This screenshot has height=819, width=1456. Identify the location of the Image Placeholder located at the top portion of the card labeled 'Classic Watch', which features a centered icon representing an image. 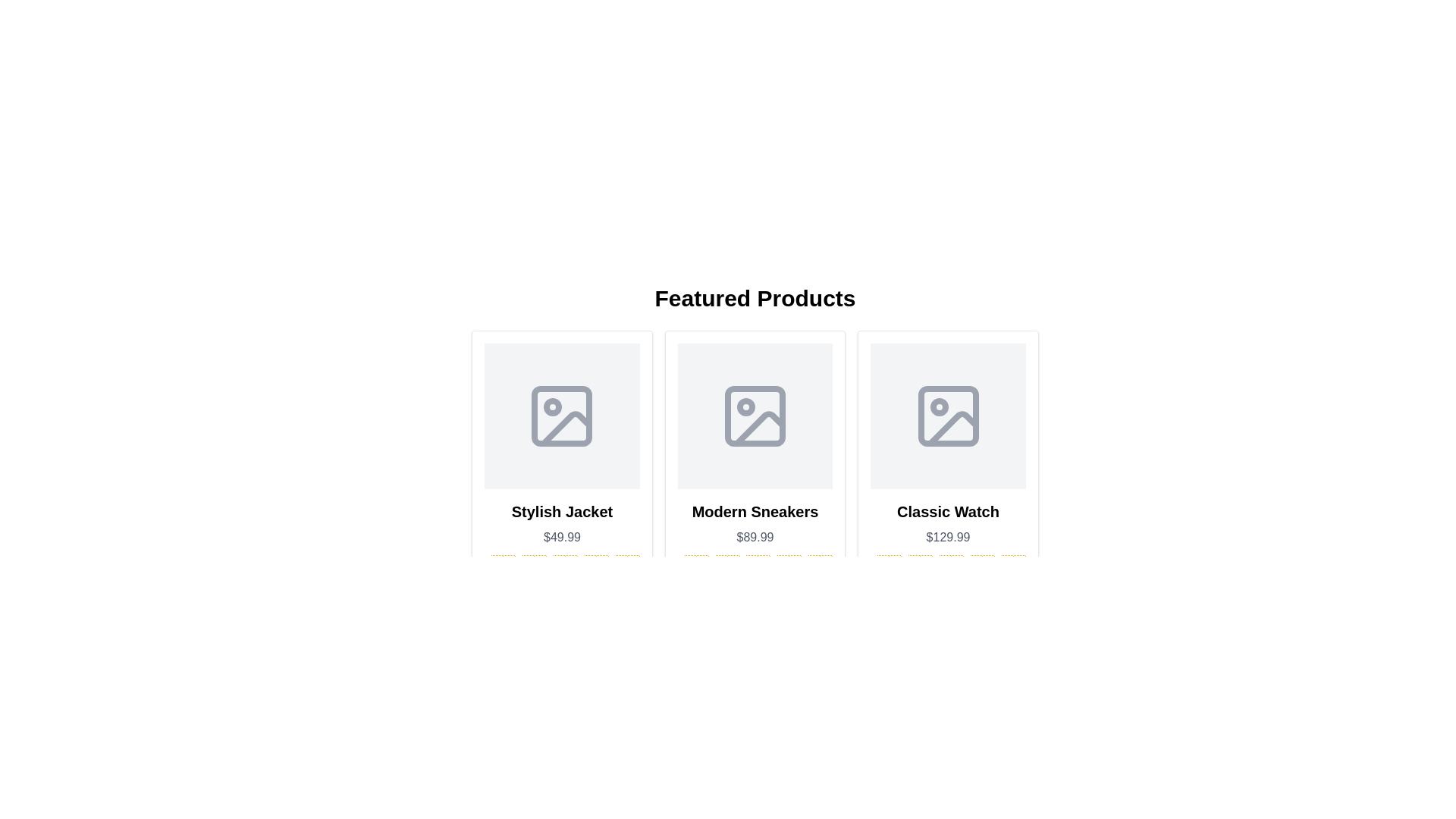
(947, 416).